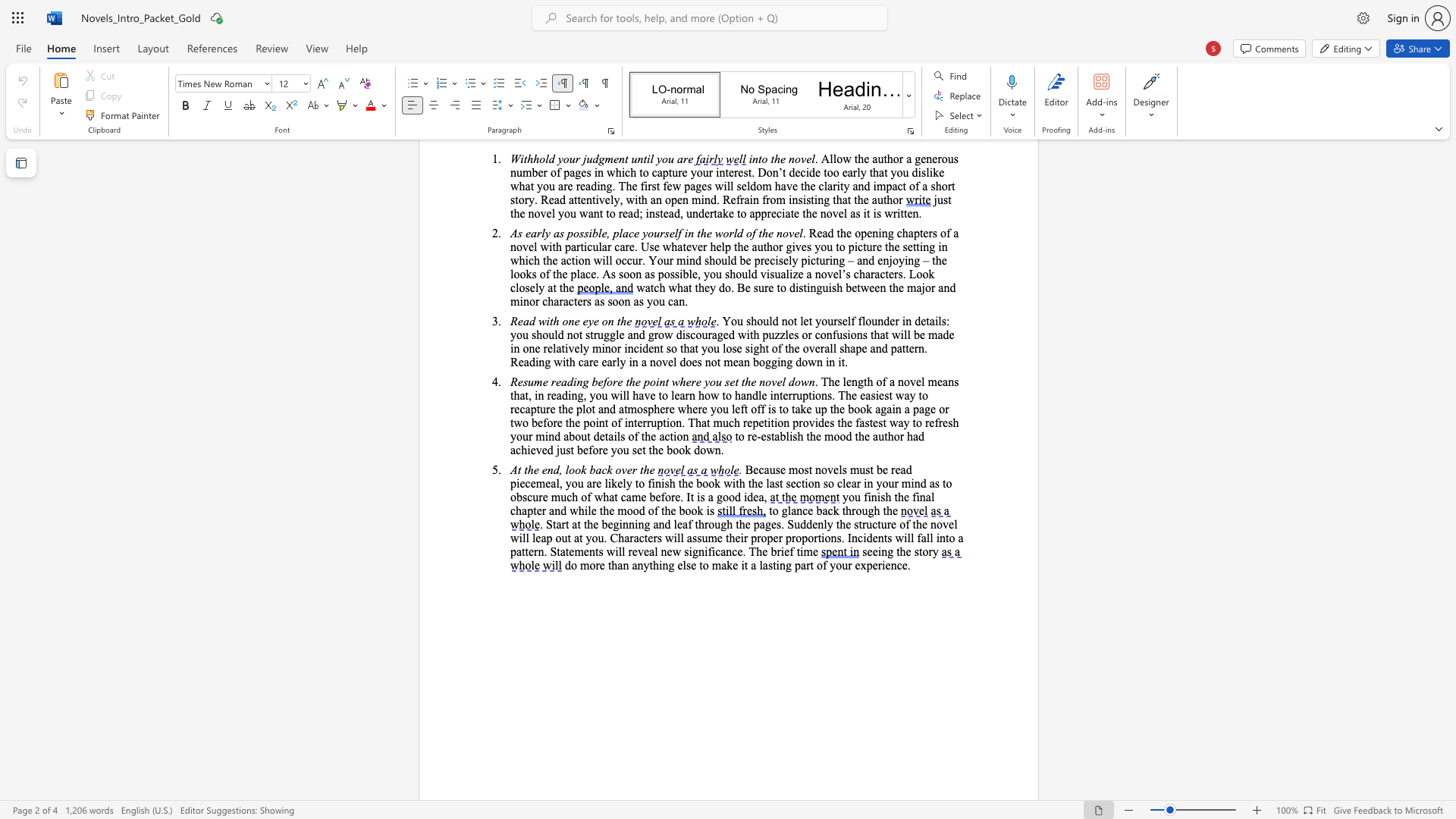 The width and height of the screenshot is (1456, 819). I want to click on the subset text "ing the st" within the text "seeing the story", so click(877, 551).